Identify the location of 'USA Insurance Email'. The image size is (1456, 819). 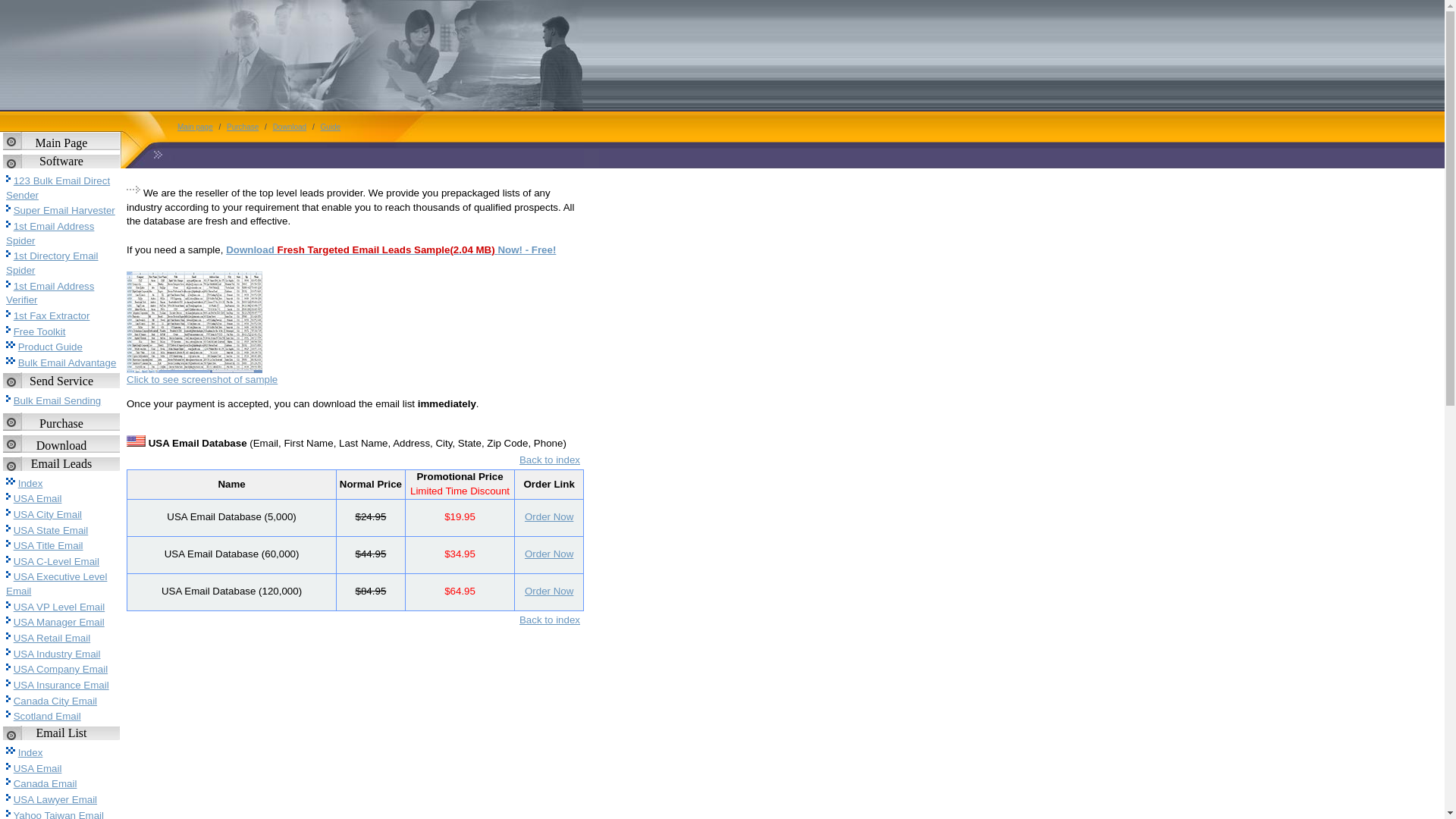
(61, 685).